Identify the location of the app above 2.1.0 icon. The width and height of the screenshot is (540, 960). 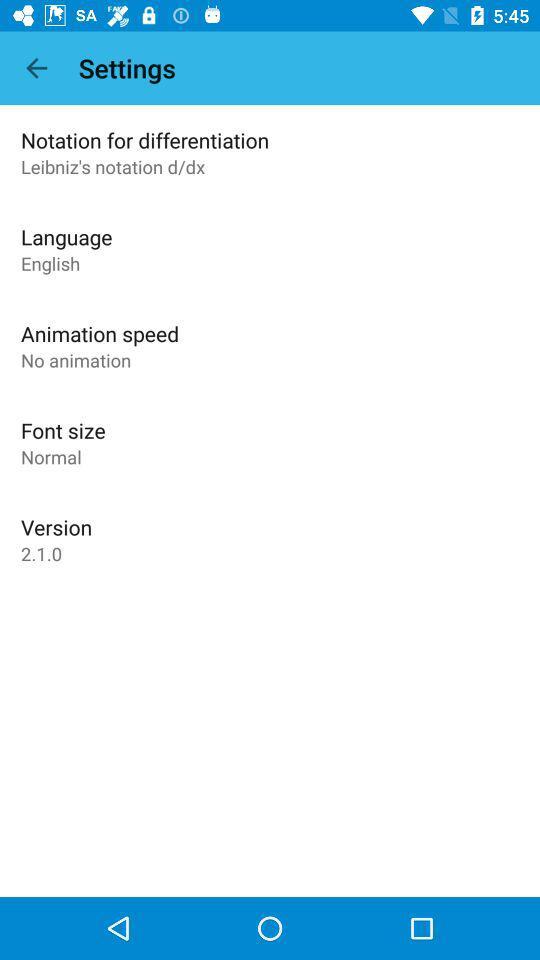
(56, 526).